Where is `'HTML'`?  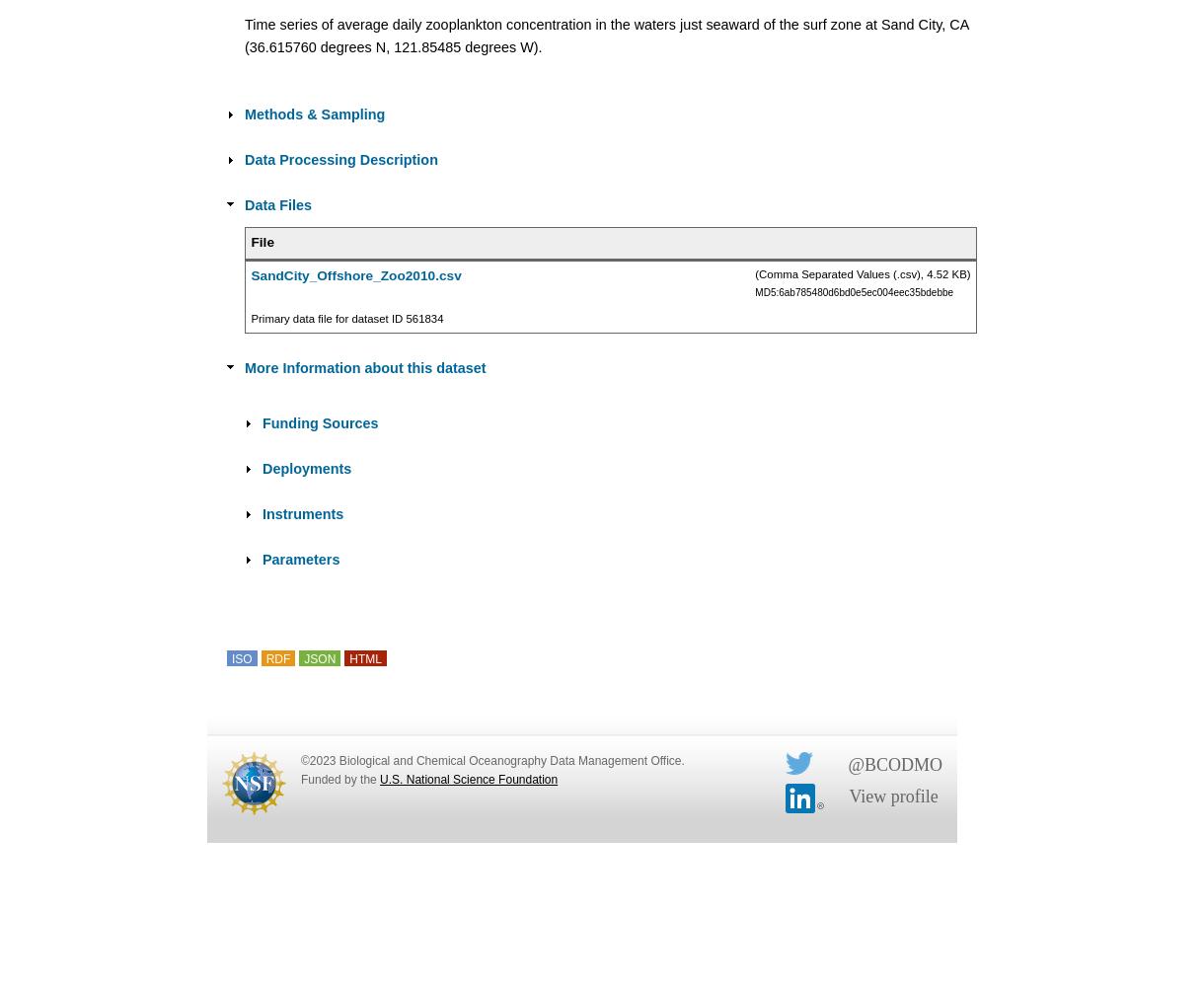
'HTML' is located at coordinates (364, 659).